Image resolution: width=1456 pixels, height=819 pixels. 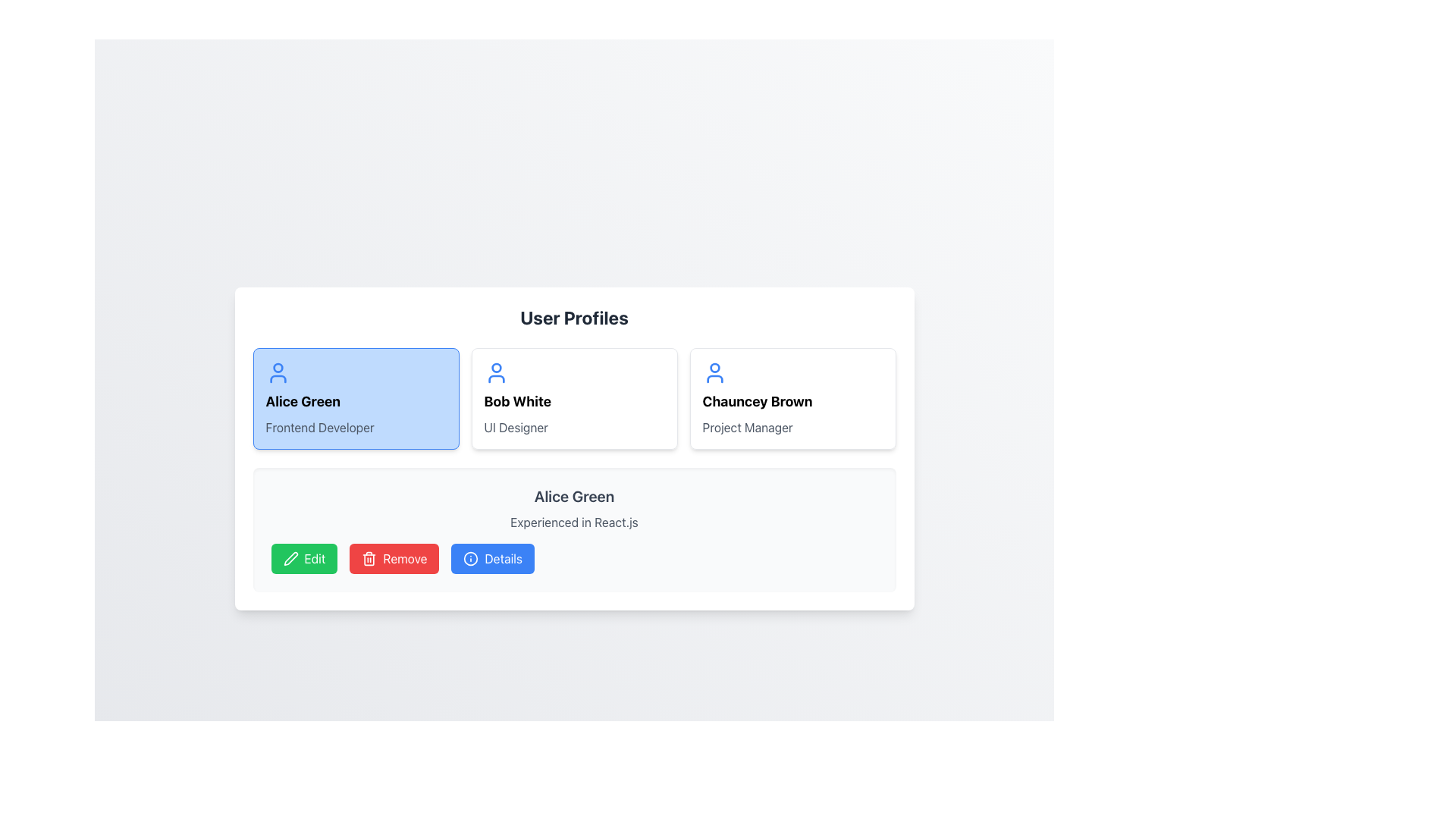 I want to click on the 'Edit' icon, which is a green button located at the bottom section of the interface, so click(x=290, y=558).